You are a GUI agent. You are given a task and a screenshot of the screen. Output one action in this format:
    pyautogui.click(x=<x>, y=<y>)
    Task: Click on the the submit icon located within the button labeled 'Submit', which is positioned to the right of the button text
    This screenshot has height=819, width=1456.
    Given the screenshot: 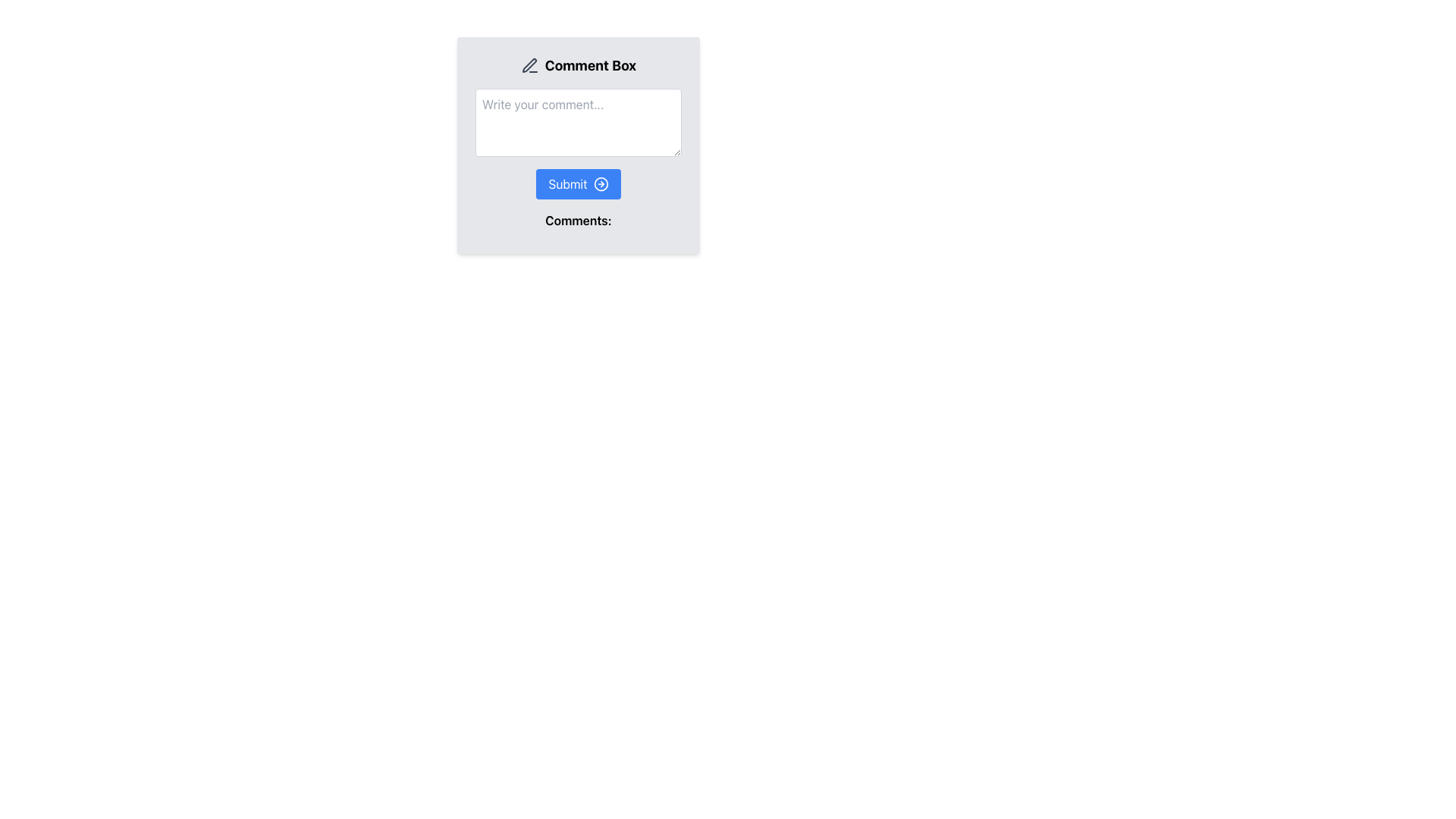 What is the action you would take?
    pyautogui.click(x=600, y=184)
    